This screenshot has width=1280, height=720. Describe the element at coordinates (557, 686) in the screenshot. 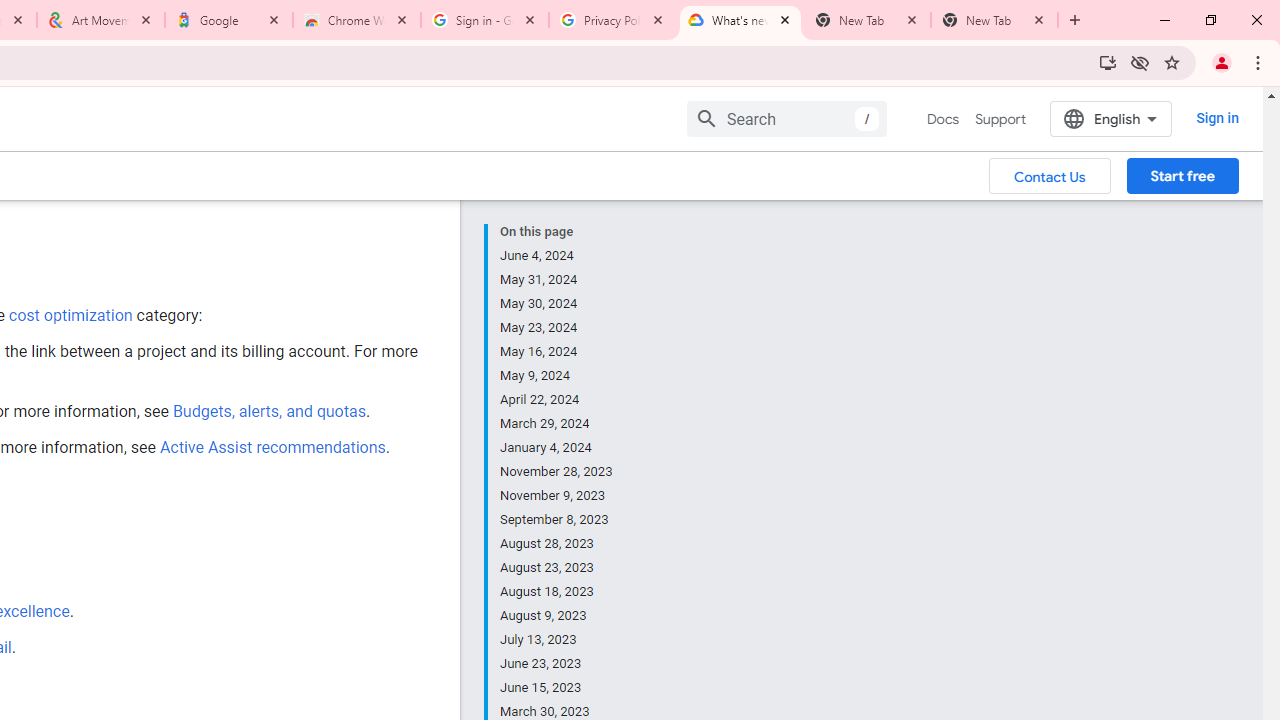

I see `'June 15, 2023'` at that location.